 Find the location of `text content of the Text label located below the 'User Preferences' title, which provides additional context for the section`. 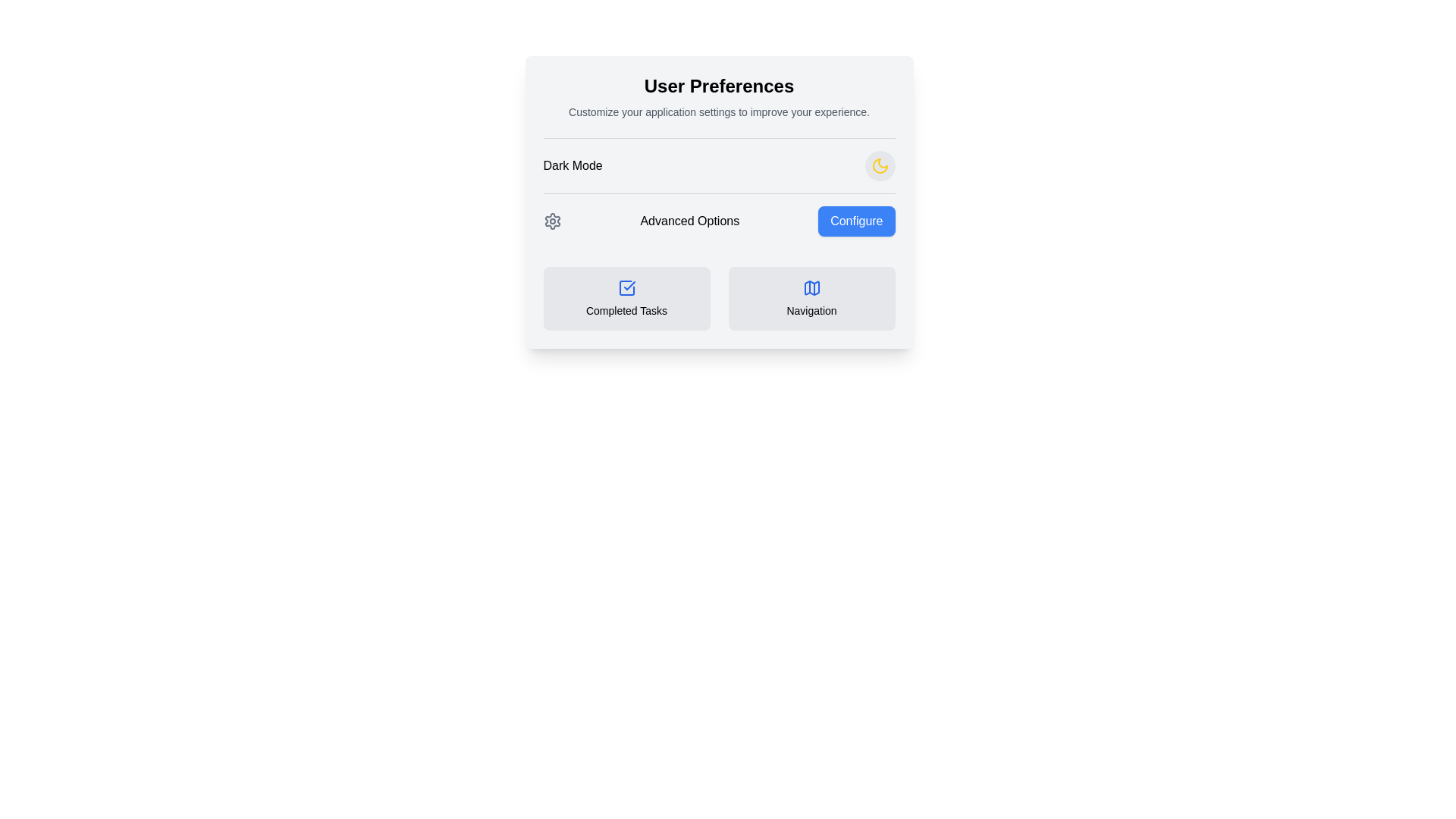

text content of the Text label located below the 'User Preferences' title, which provides additional context for the section is located at coordinates (718, 111).